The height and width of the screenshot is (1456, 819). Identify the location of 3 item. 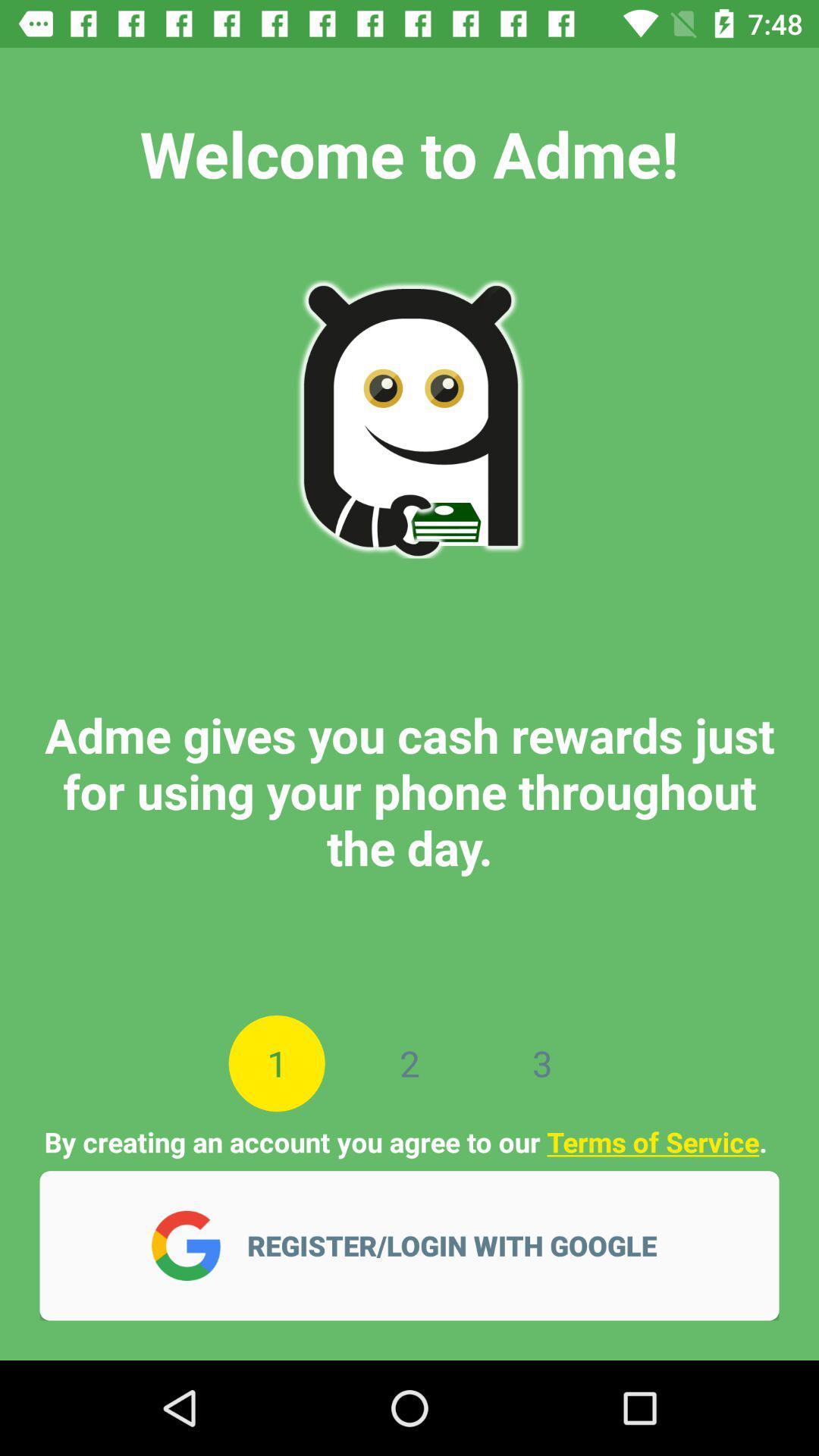
(541, 1062).